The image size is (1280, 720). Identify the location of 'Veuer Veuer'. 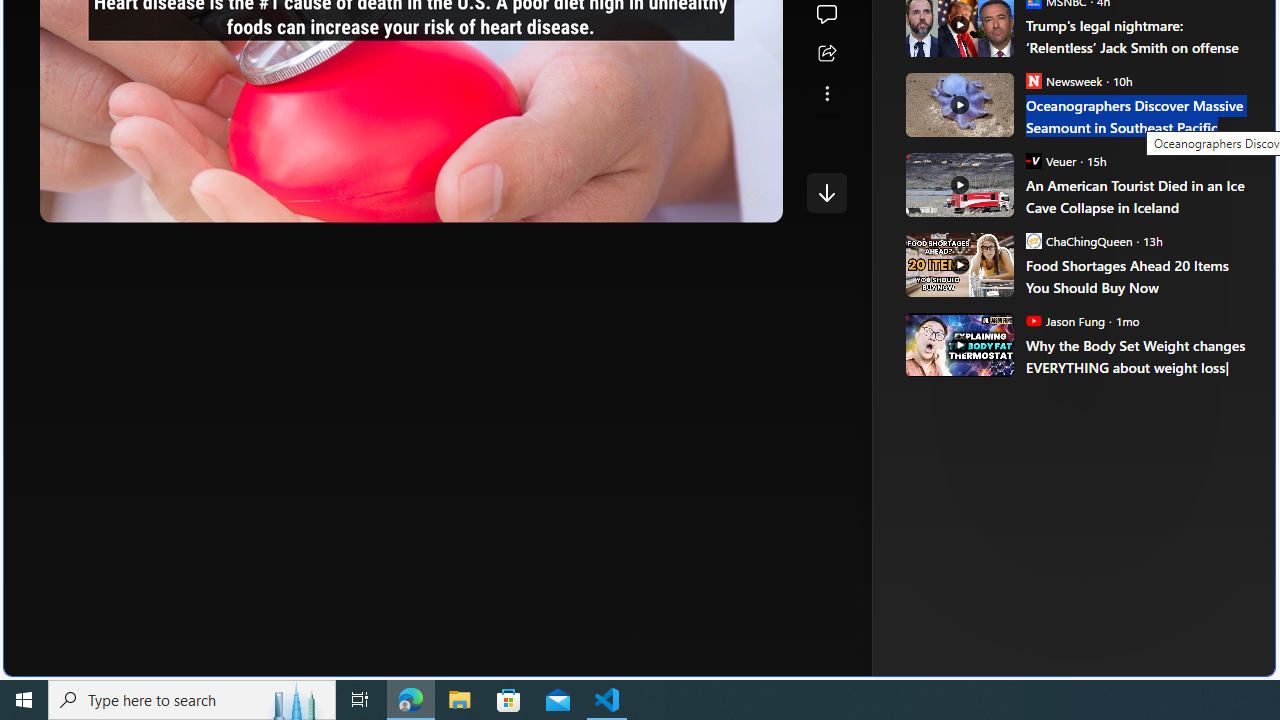
(1049, 159).